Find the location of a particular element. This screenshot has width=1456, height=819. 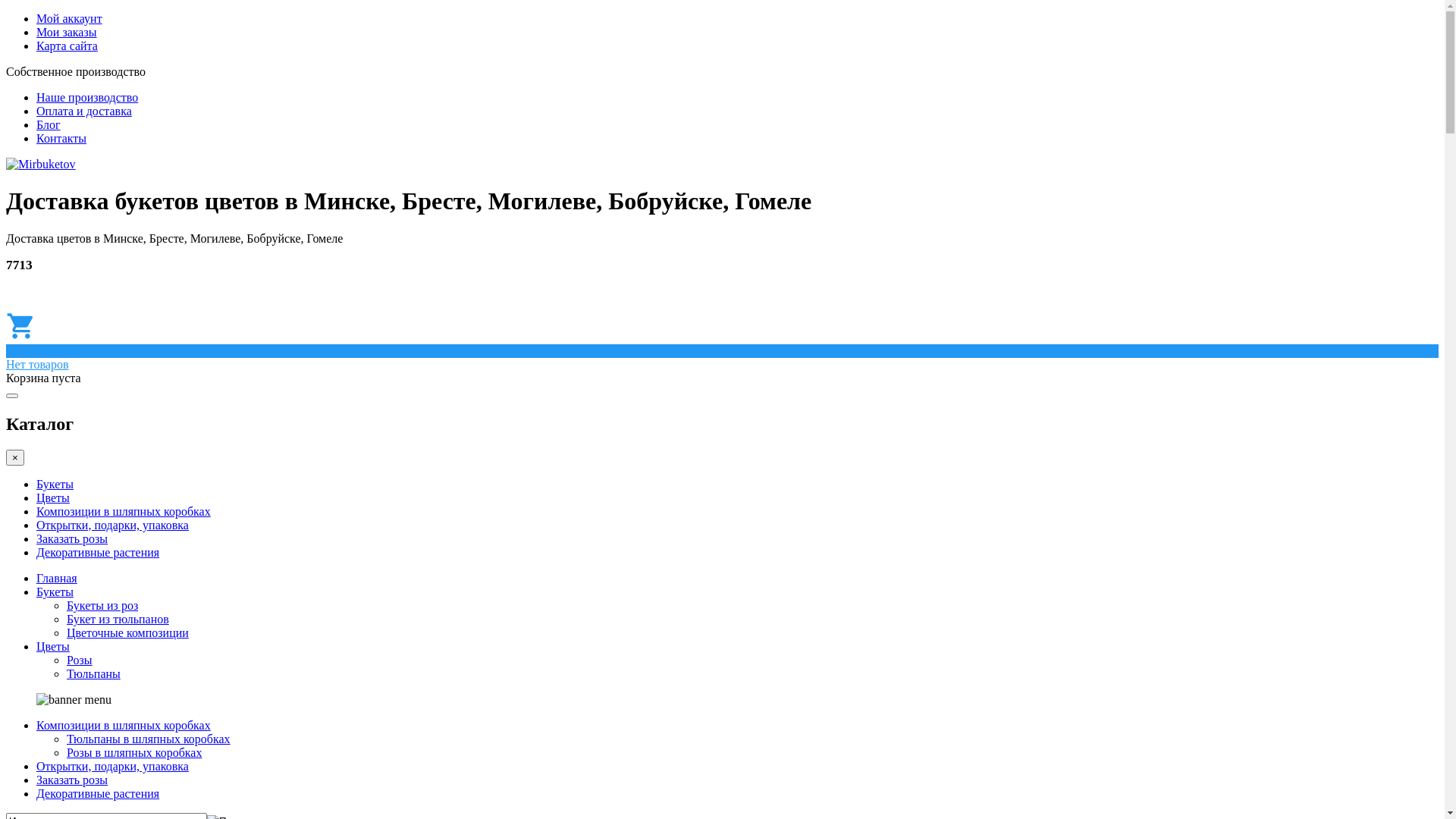

'Mirbuketov' is located at coordinates (40, 164).